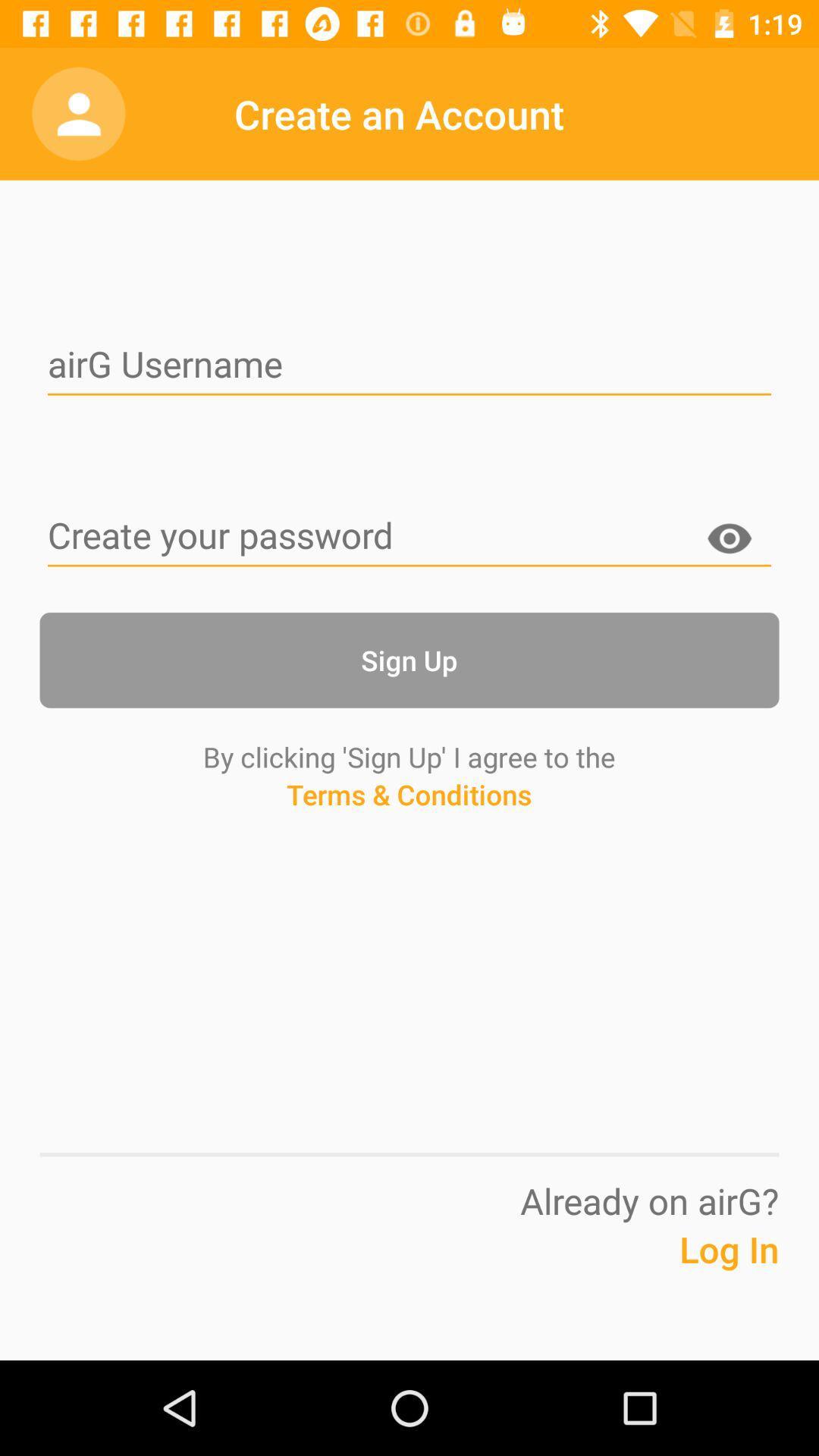 This screenshot has width=819, height=1456. I want to click on icon below the already on airg? item, so click(691, 1272).